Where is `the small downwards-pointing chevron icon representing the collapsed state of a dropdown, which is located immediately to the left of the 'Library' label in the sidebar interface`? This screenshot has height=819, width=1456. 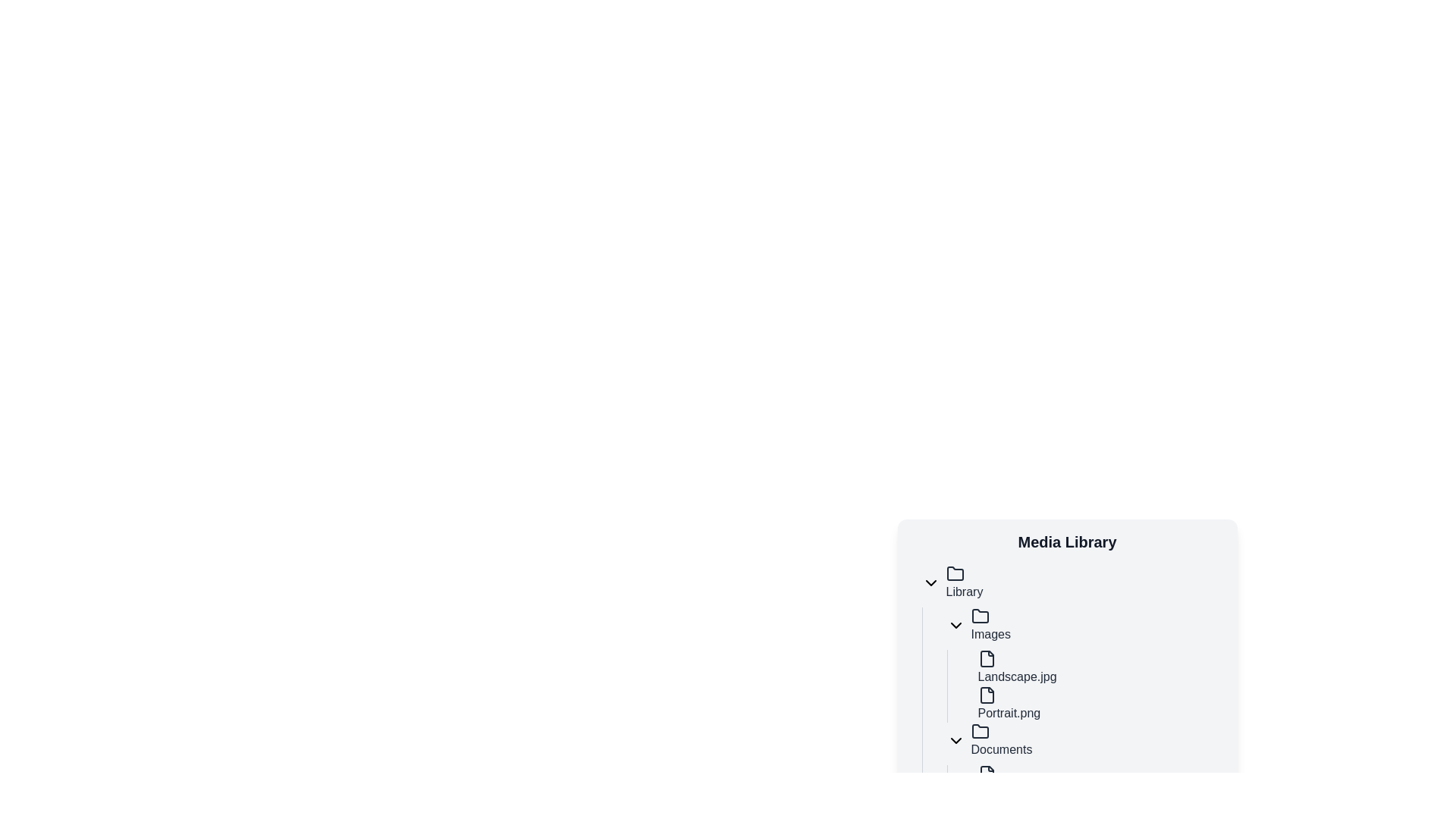
the small downwards-pointing chevron icon representing the collapsed state of a dropdown, which is located immediately to the left of the 'Library' label in the sidebar interface is located at coordinates (930, 582).